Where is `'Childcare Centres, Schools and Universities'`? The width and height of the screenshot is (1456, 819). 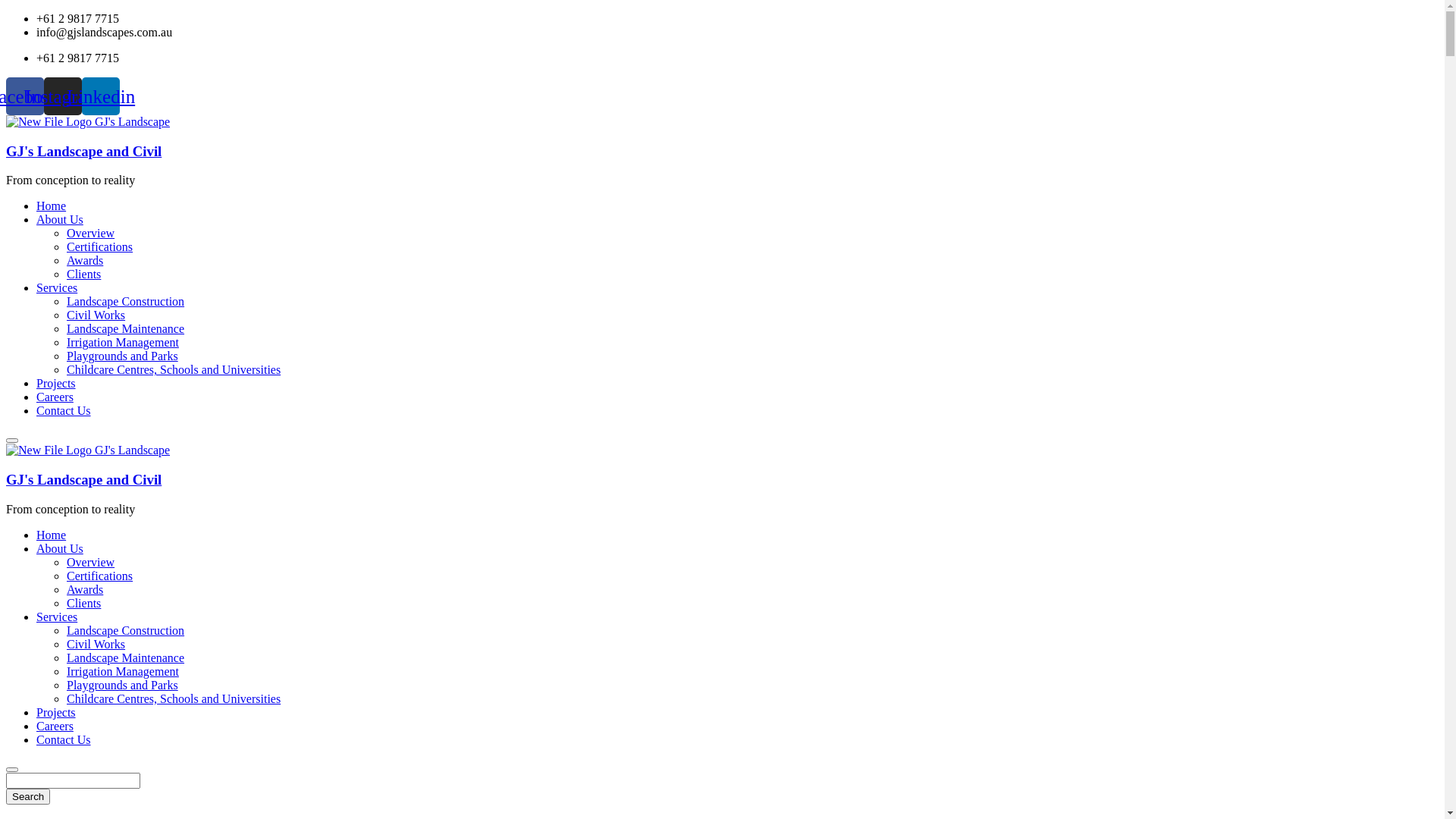
'Childcare Centres, Schools and Universities' is located at coordinates (174, 698).